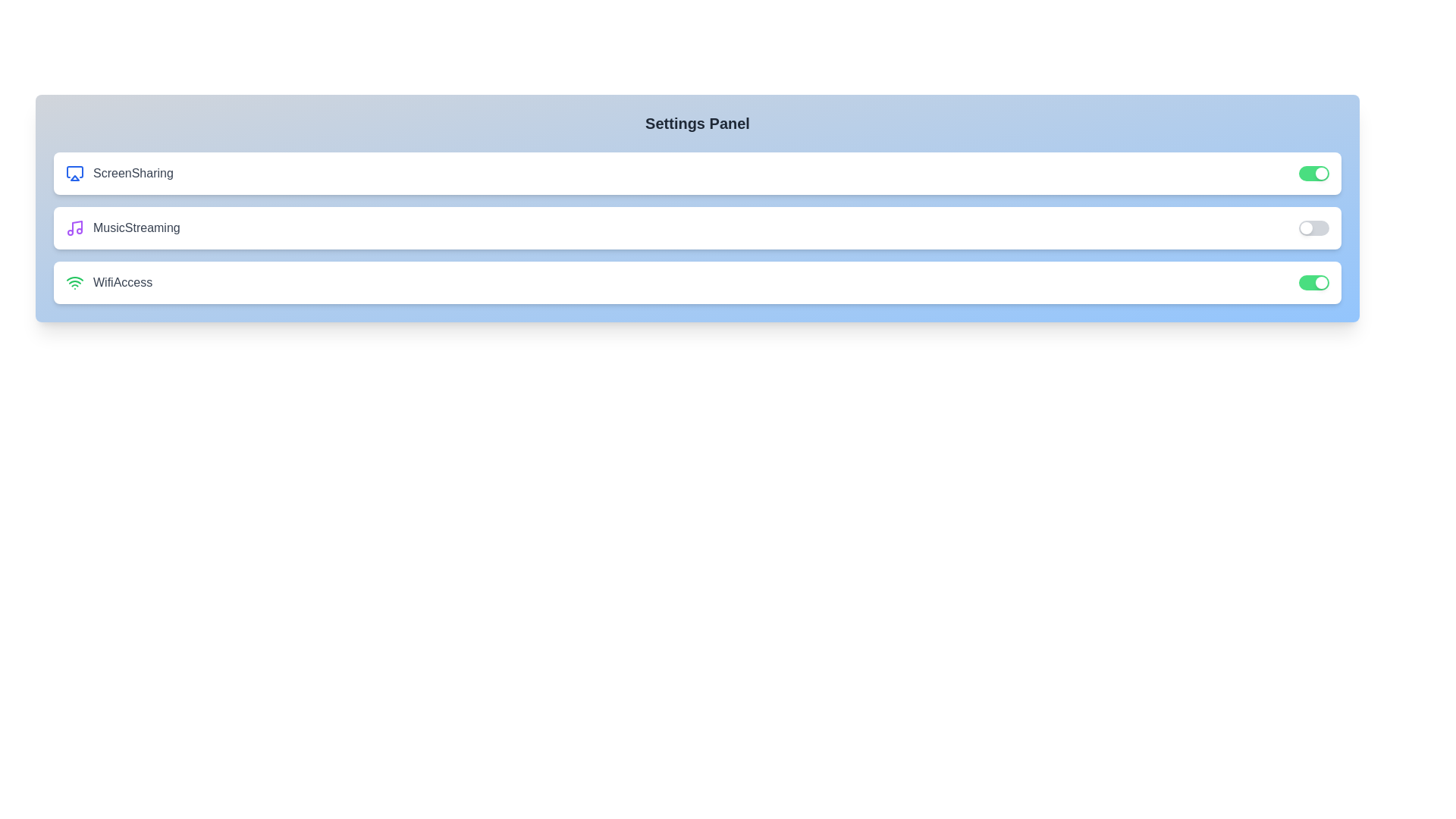  I want to click on the 'ScreenSharing' toggle switch to change its state, so click(1313, 172).